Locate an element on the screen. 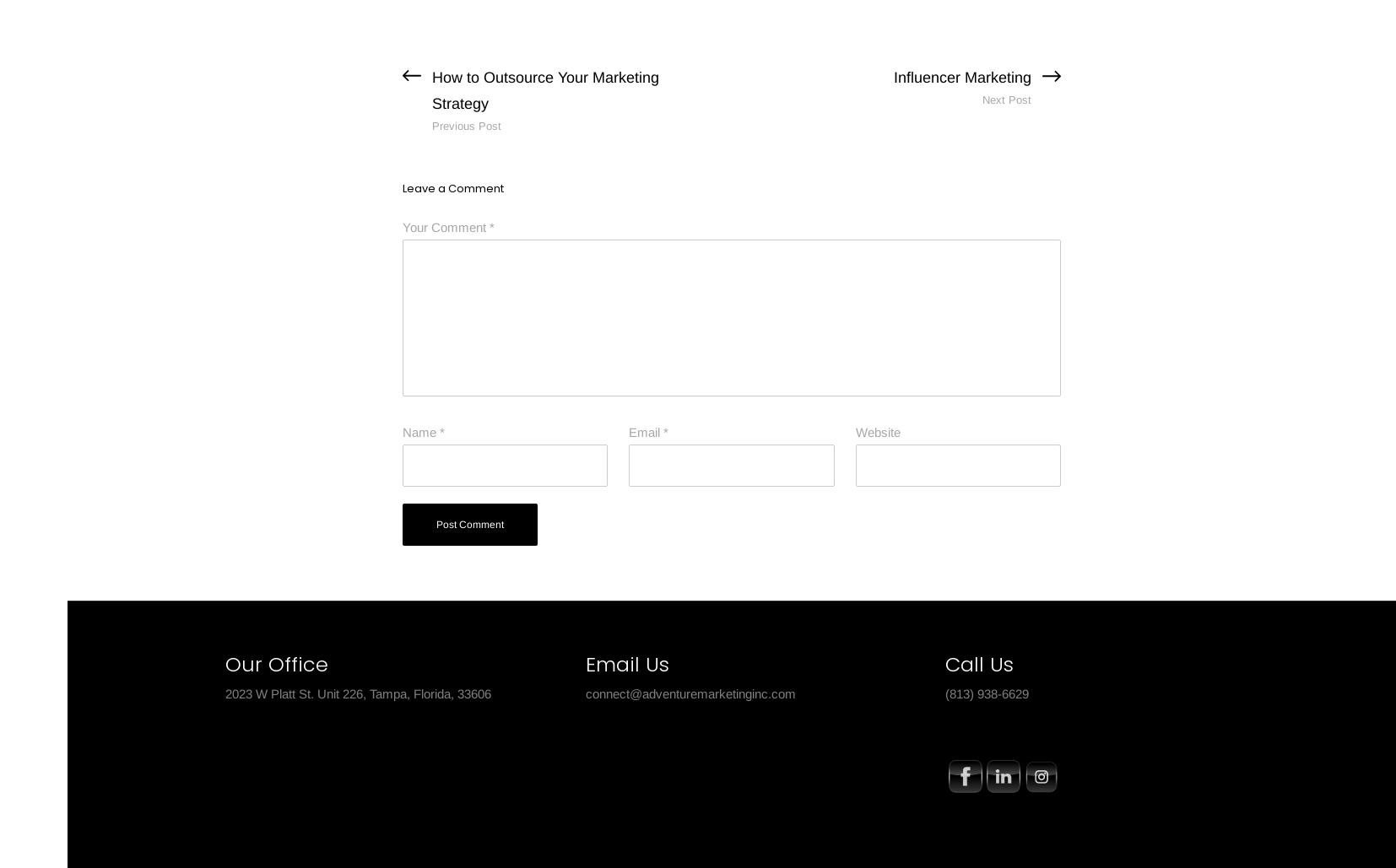 The height and width of the screenshot is (868, 1396). 'Leave a Comment' is located at coordinates (403, 186).